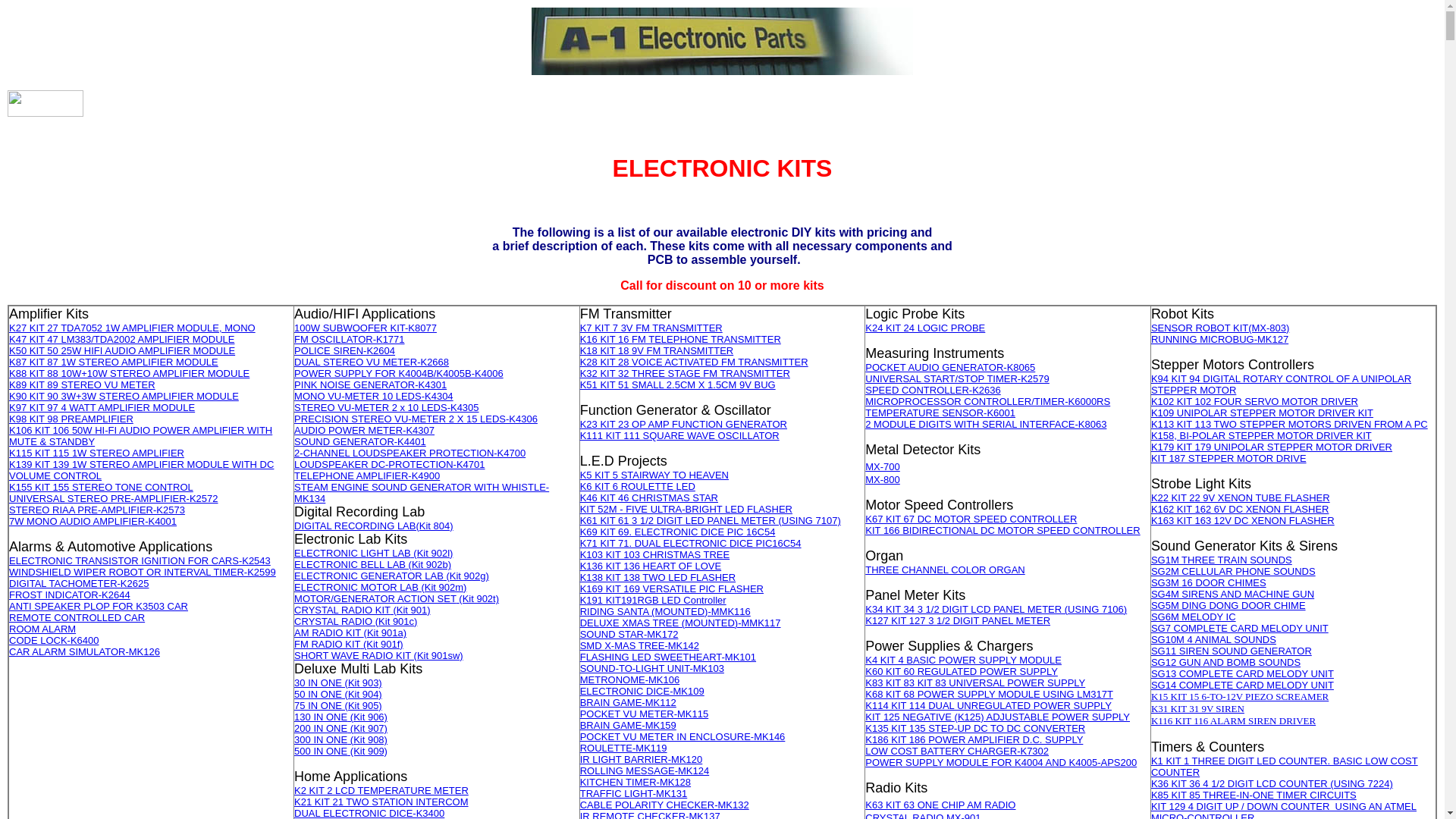 The image size is (1456, 819). Describe the element at coordinates (391, 576) in the screenshot. I see `'ELECTRONIC GENERATOR LAB (Kit 902g)'` at that location.